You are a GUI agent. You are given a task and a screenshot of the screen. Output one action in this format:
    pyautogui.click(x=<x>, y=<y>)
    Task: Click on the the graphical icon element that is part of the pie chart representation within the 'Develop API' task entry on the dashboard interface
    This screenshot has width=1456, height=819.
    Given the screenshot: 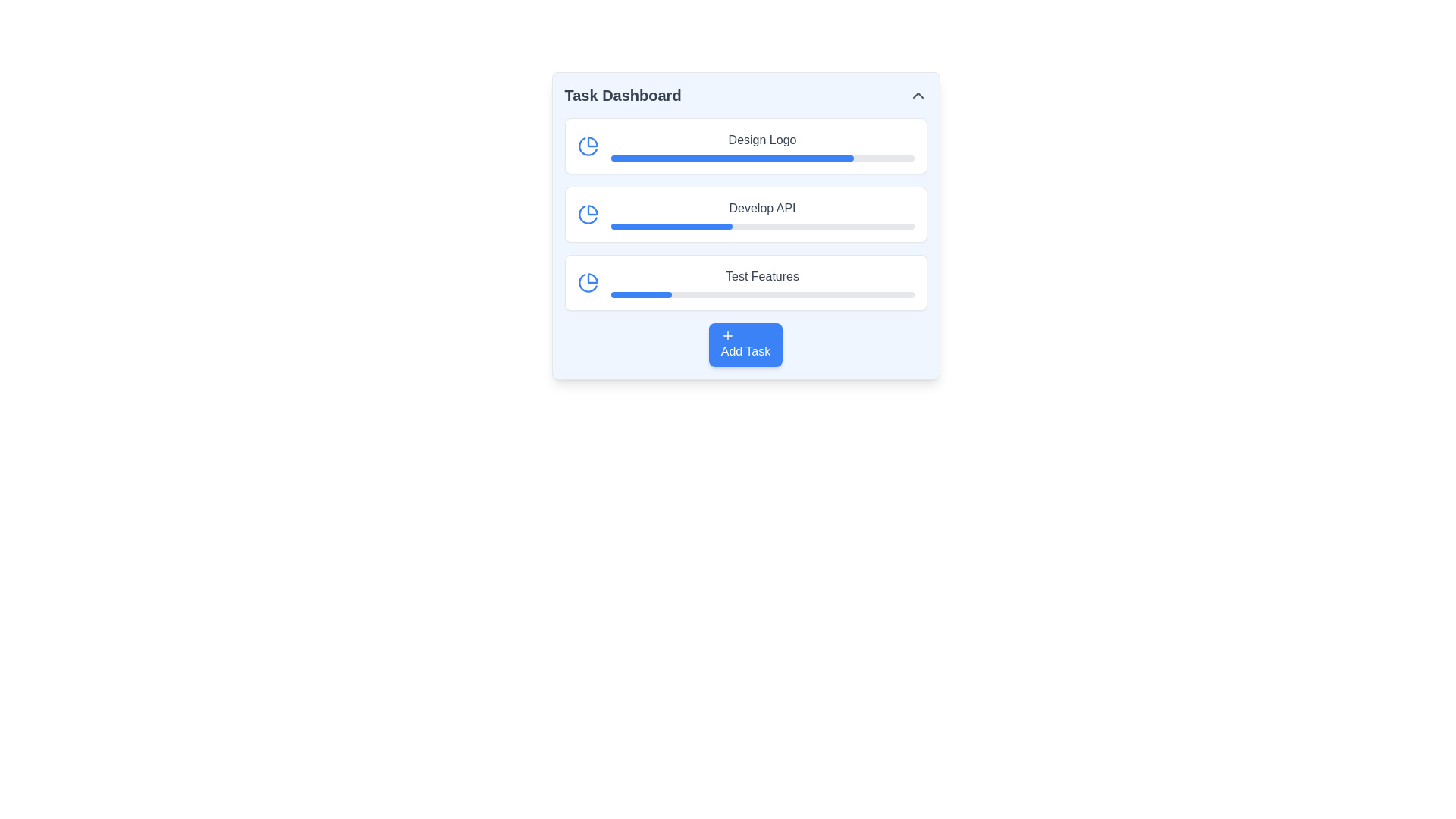 What is the action you would take?
    pyautogui.click(x=591, y=210)
    